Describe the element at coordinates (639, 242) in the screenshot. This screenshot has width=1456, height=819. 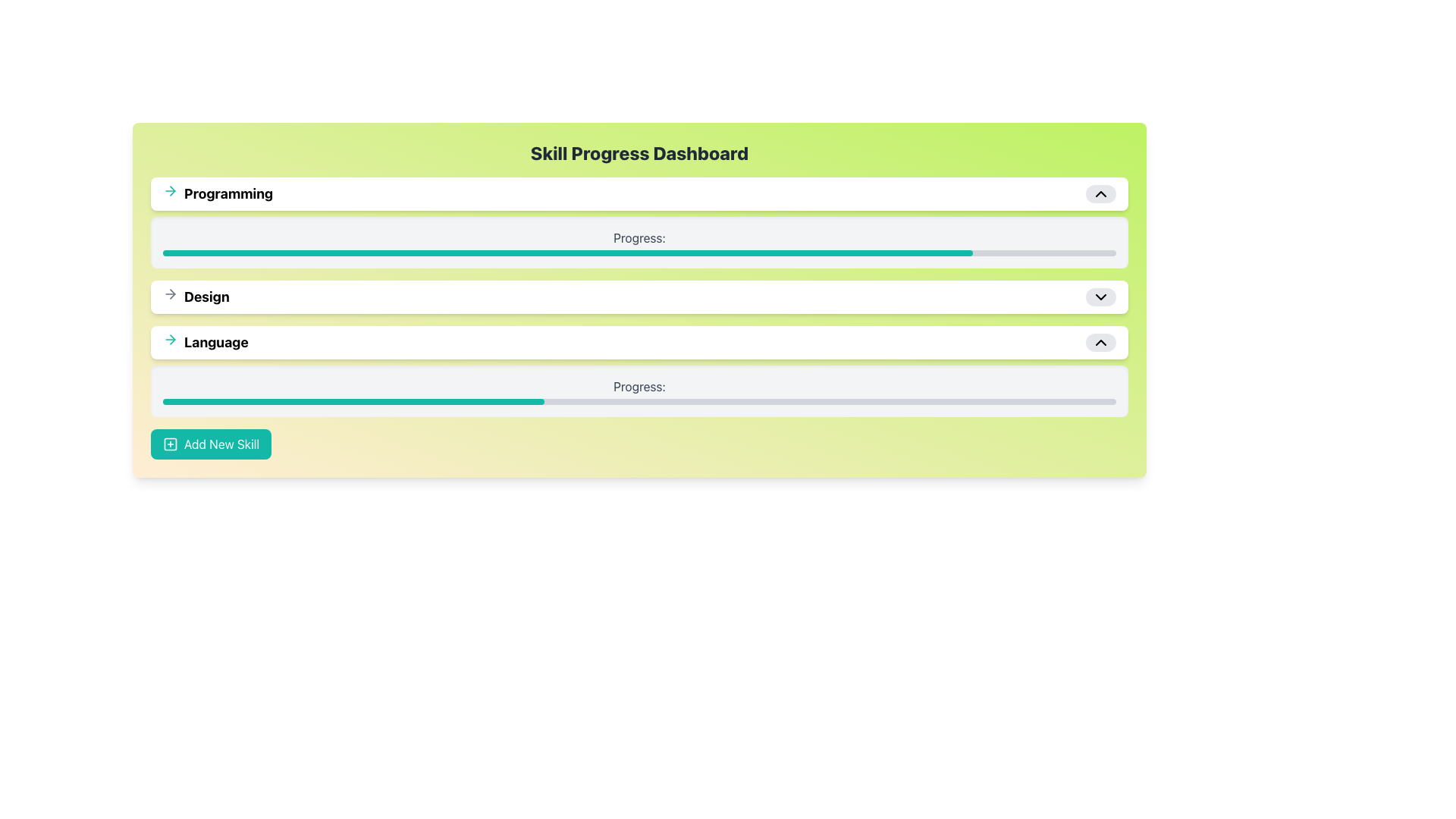
I see `the Progress Bar element located below the 'Programming' section, which features a light gray background, rounded corners, and the text 'Progress:' in a darker gray font, along with a slim teal-filled progress bar` at that location.